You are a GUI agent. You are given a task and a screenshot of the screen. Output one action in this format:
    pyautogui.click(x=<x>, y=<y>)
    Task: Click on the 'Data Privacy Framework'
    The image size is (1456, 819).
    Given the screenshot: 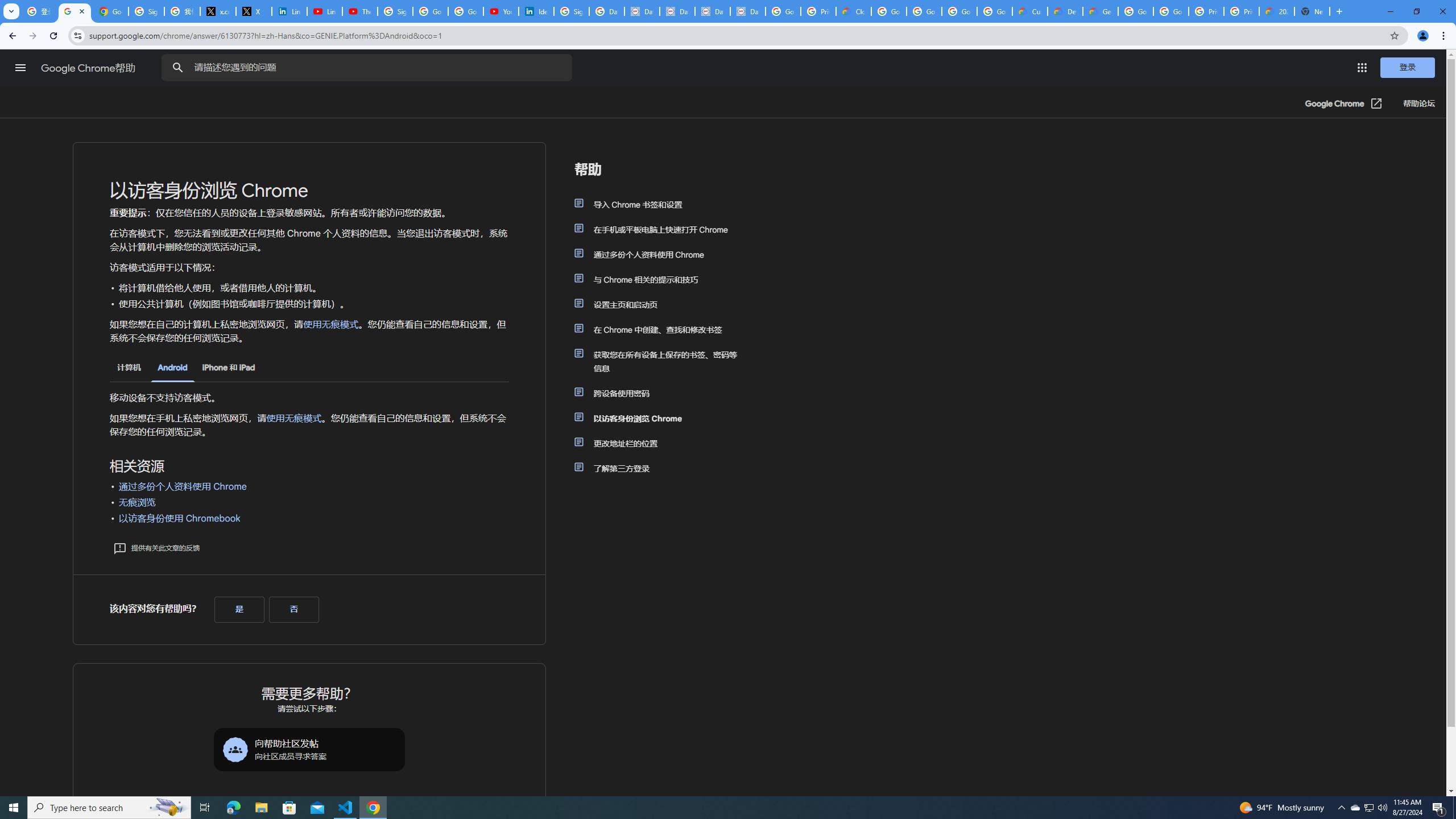 What is the action you would take?
    pyautogui.click(x=642, y=11)
    